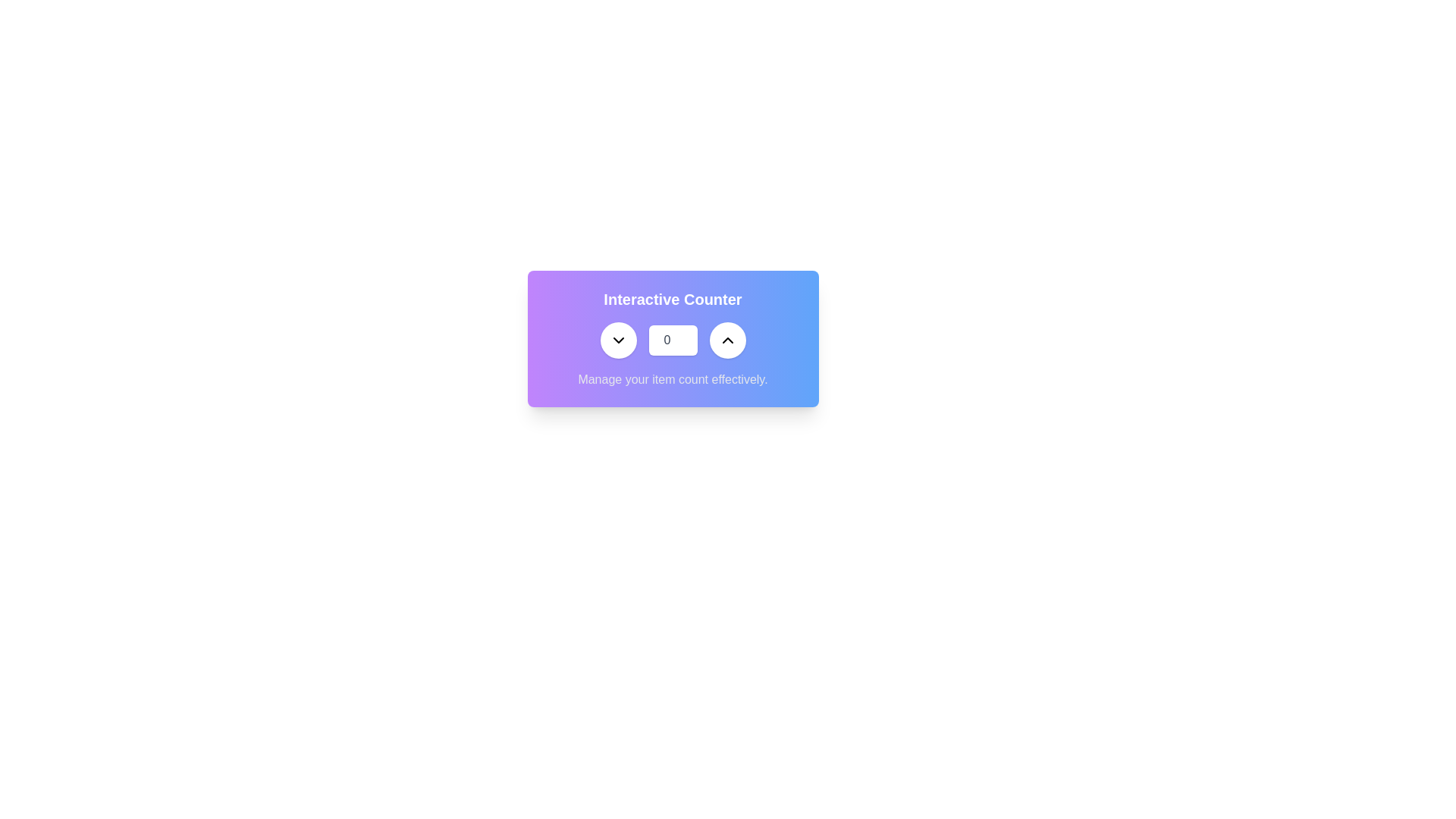  What do you see at coordinates (672, 379) in the screenshot?
I see `the descriptive text label located underneath the interactive counter in the central card with a gradient background transitioning from purple to blue` at bounding box center [672, 379].